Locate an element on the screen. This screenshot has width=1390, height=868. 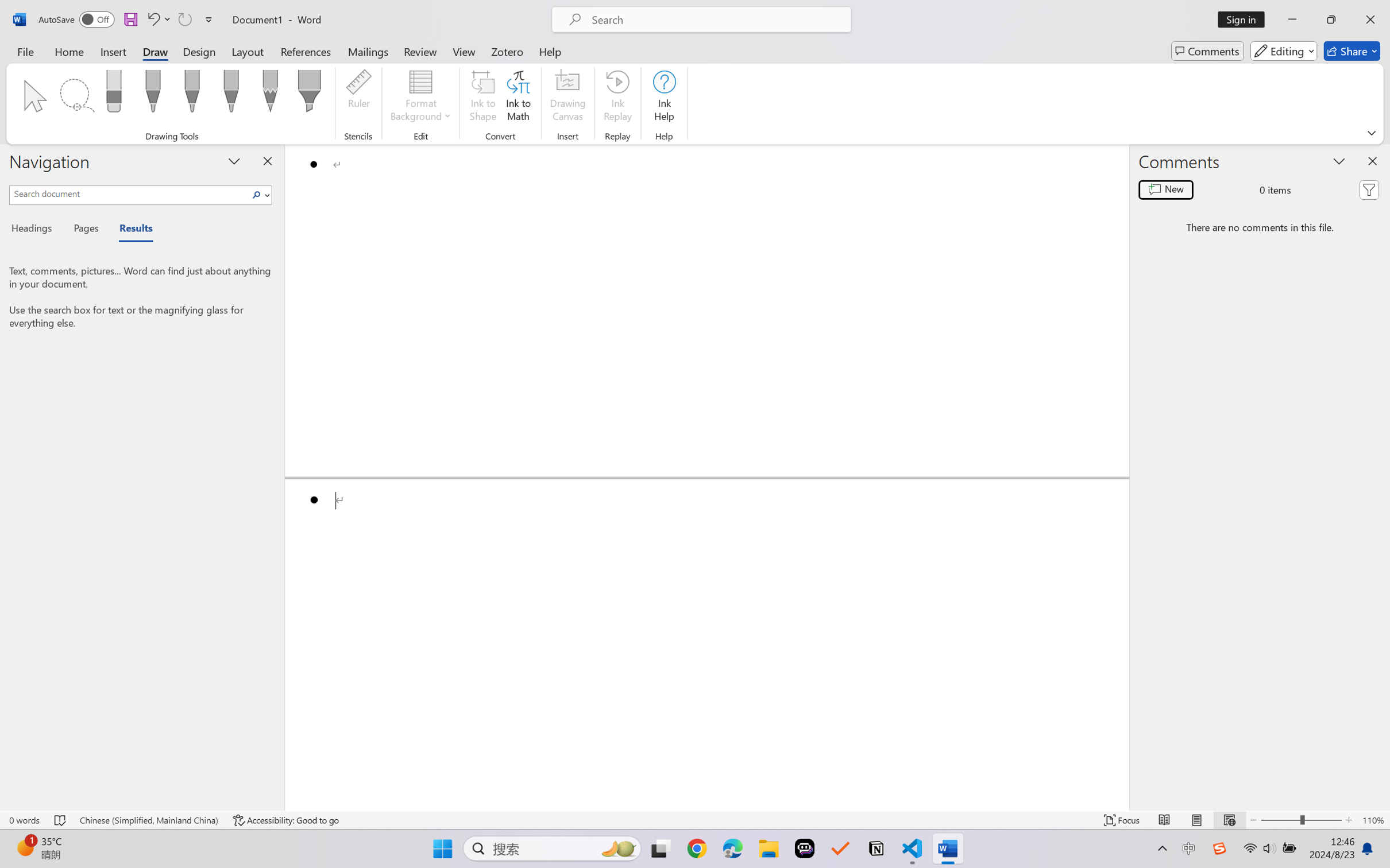
'Zoom 110%' is located at coordinates (1373, 820).